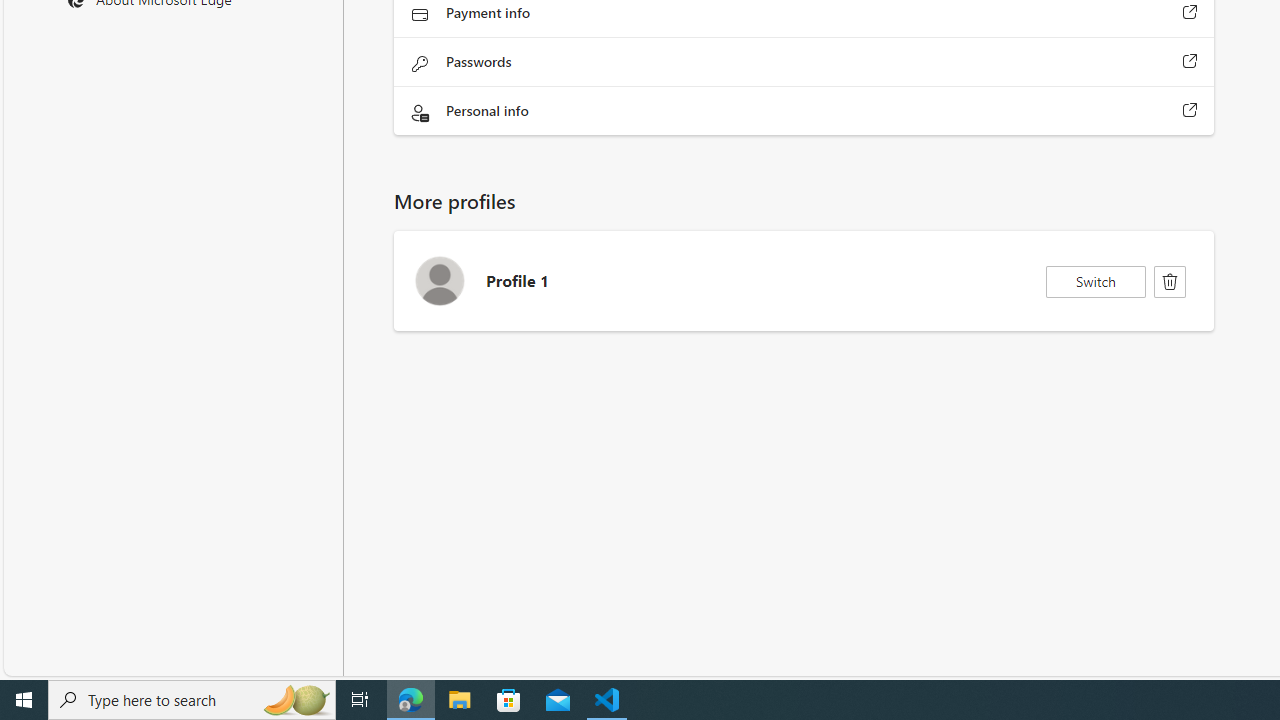 This screenshot has height=720, width=1280. Describe the element at coordinates (803, 281) in the screenshot. I see `'Profile 1'` at that location.